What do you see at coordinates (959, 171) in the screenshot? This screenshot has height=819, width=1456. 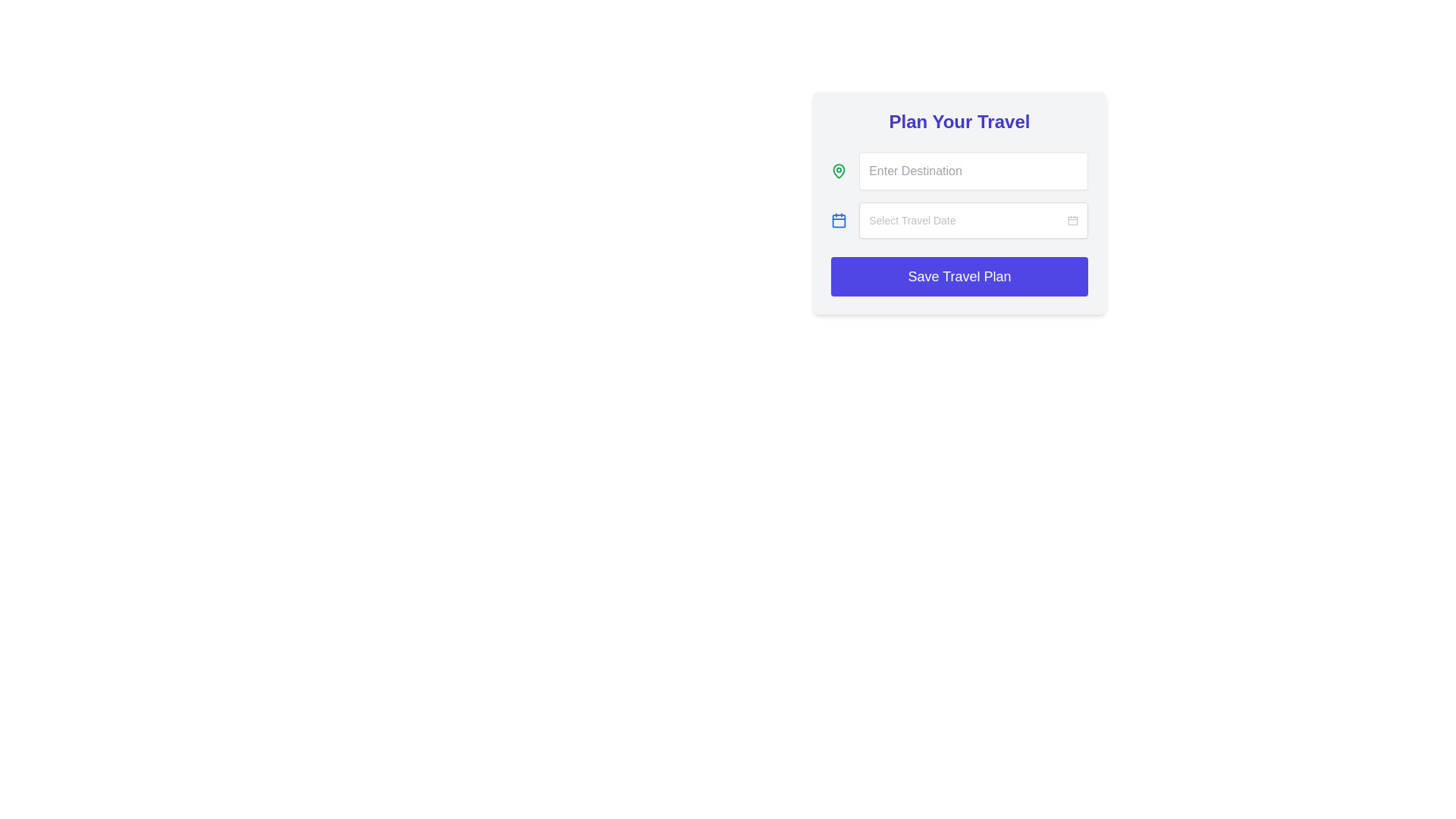 I see `the text input field labeled 'Enter Destination' next to the green map pin icon in the travel planning form` at bounding box center [959, 171].